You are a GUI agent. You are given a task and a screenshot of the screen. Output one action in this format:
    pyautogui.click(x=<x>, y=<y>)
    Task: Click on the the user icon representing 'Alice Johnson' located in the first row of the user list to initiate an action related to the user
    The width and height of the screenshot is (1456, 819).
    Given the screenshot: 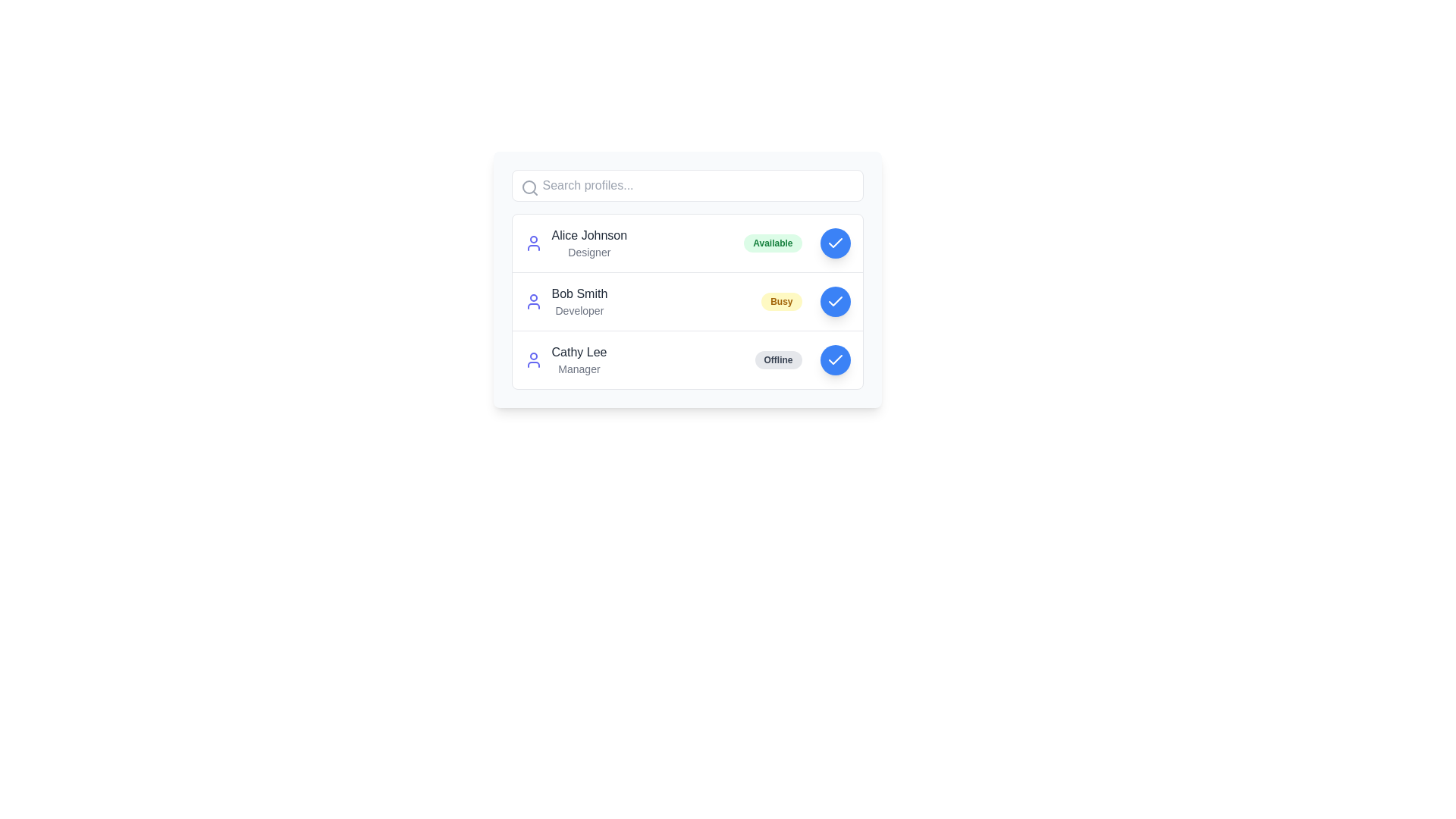 What is the action you would take?
    pyautogui.click(x=533, y=242)
    